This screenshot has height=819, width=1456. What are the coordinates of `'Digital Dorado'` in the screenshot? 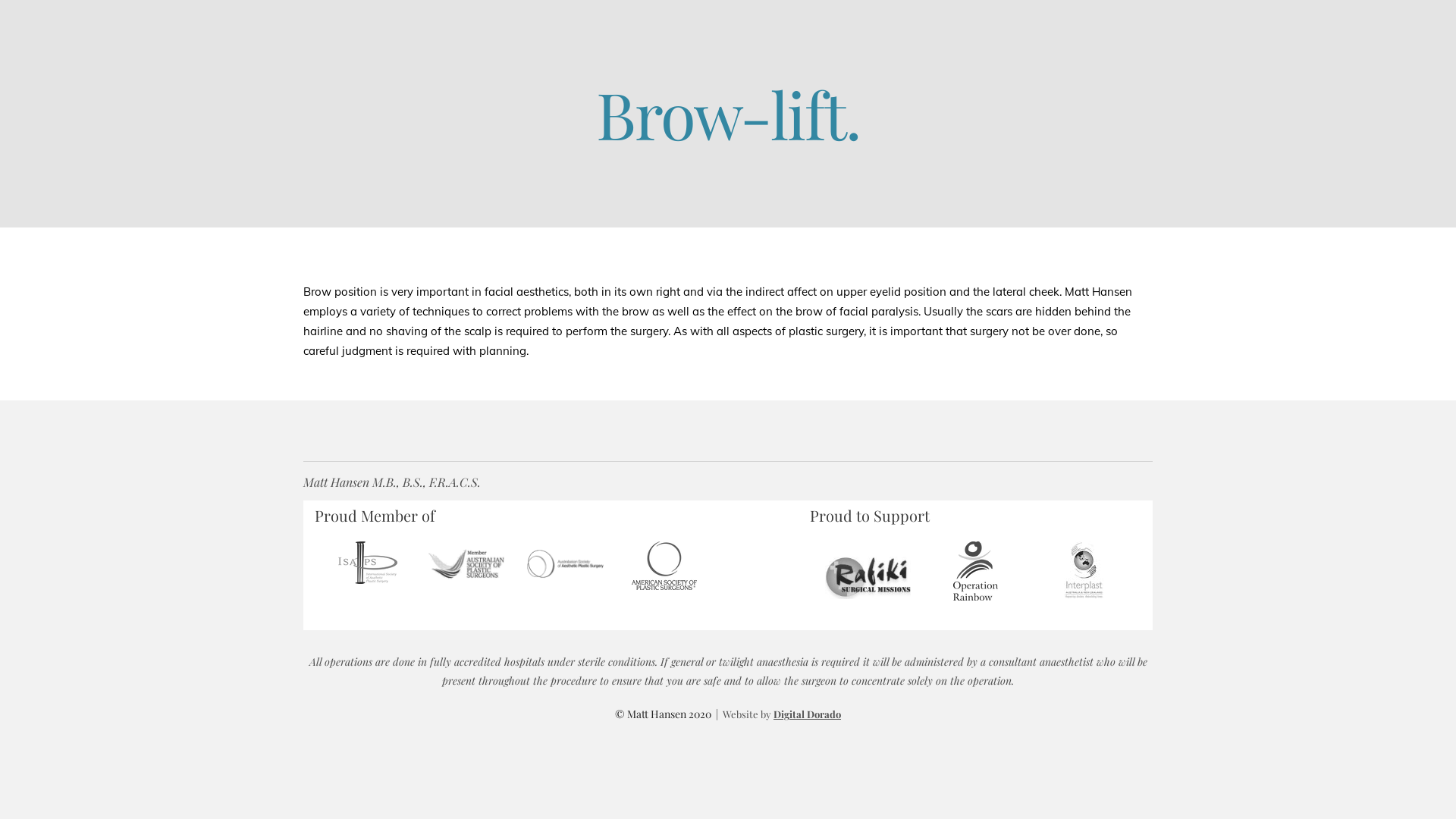 It's located at (806, 714).